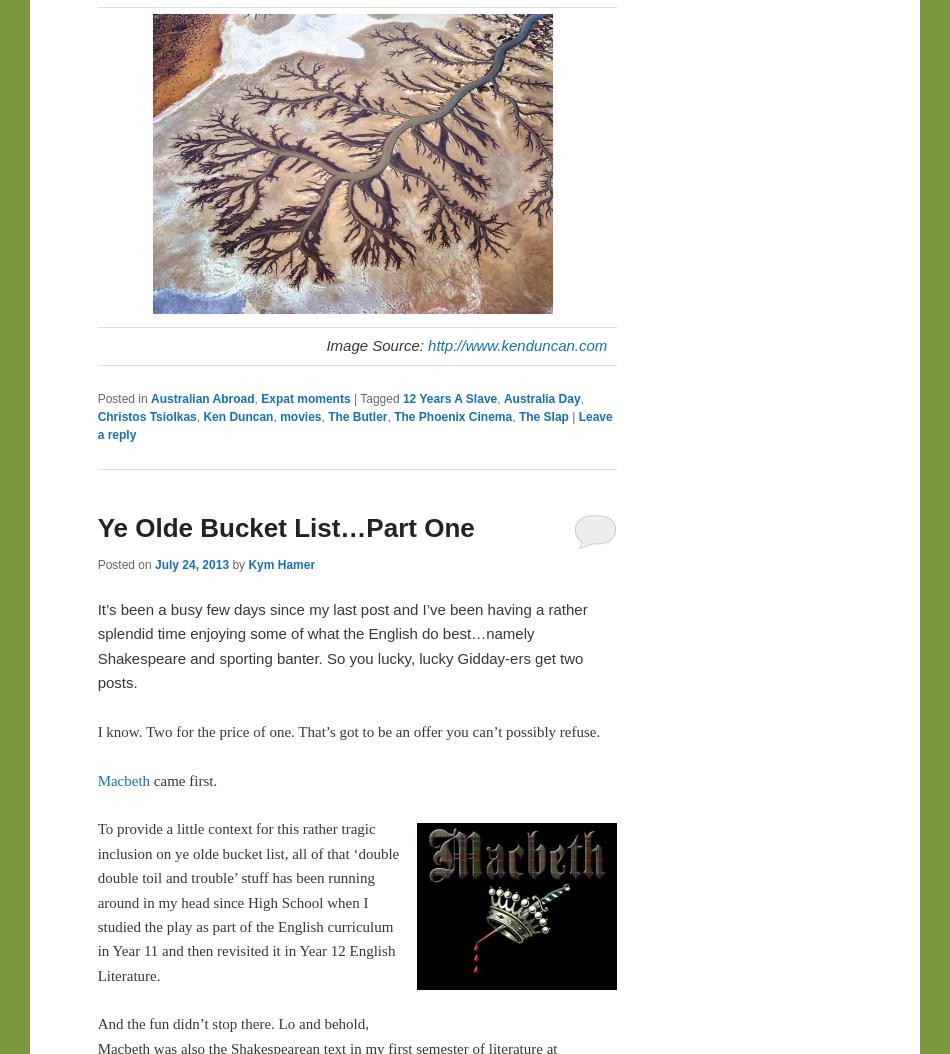 The height and width of the screenshot is (1054, 950). Describe the element at coordinates (202, 398) in the screenshot. I see `'Australian Abroad'` at that location.